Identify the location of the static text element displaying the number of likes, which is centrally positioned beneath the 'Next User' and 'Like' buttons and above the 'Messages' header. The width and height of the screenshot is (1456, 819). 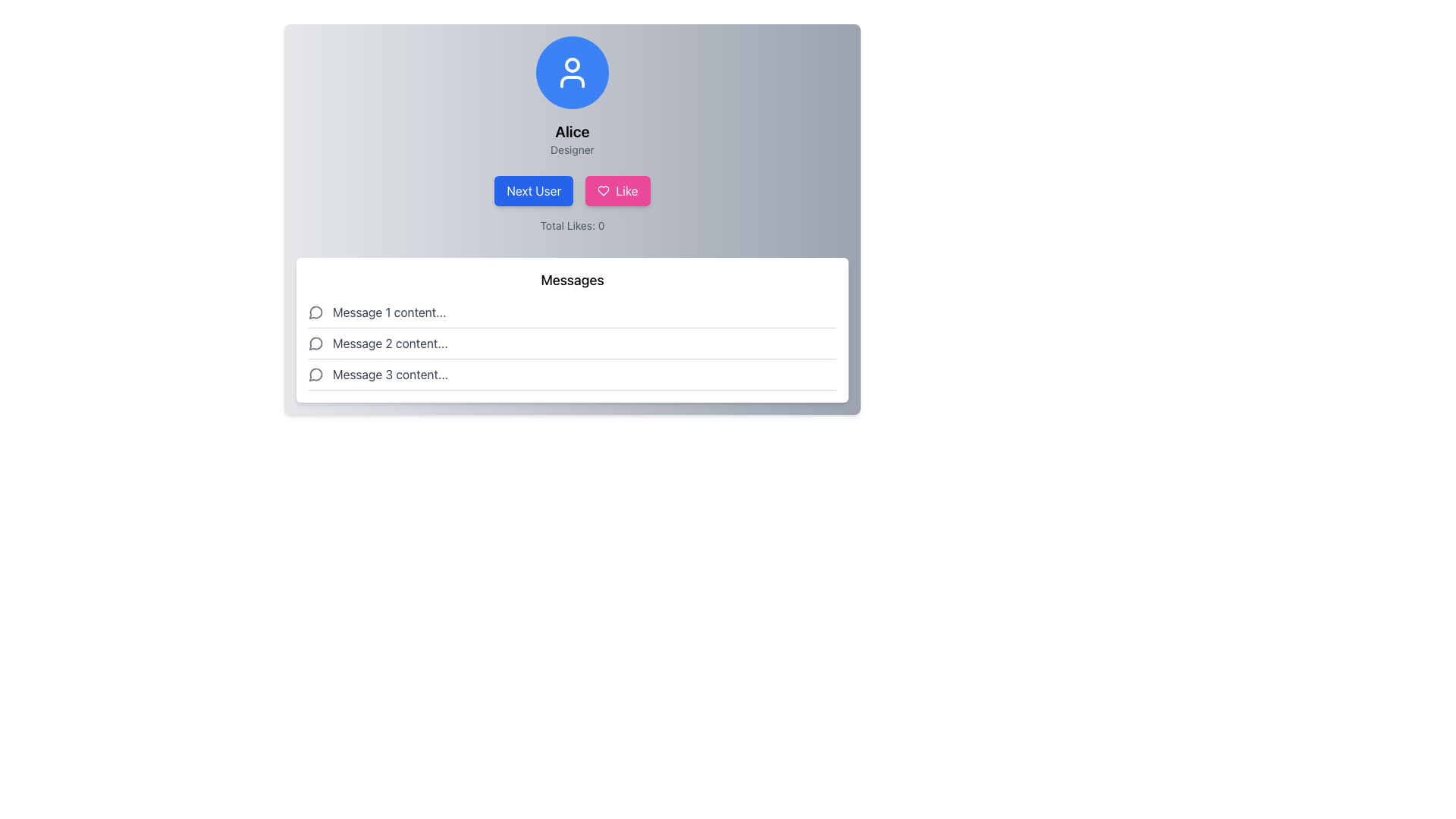
(571, 225).